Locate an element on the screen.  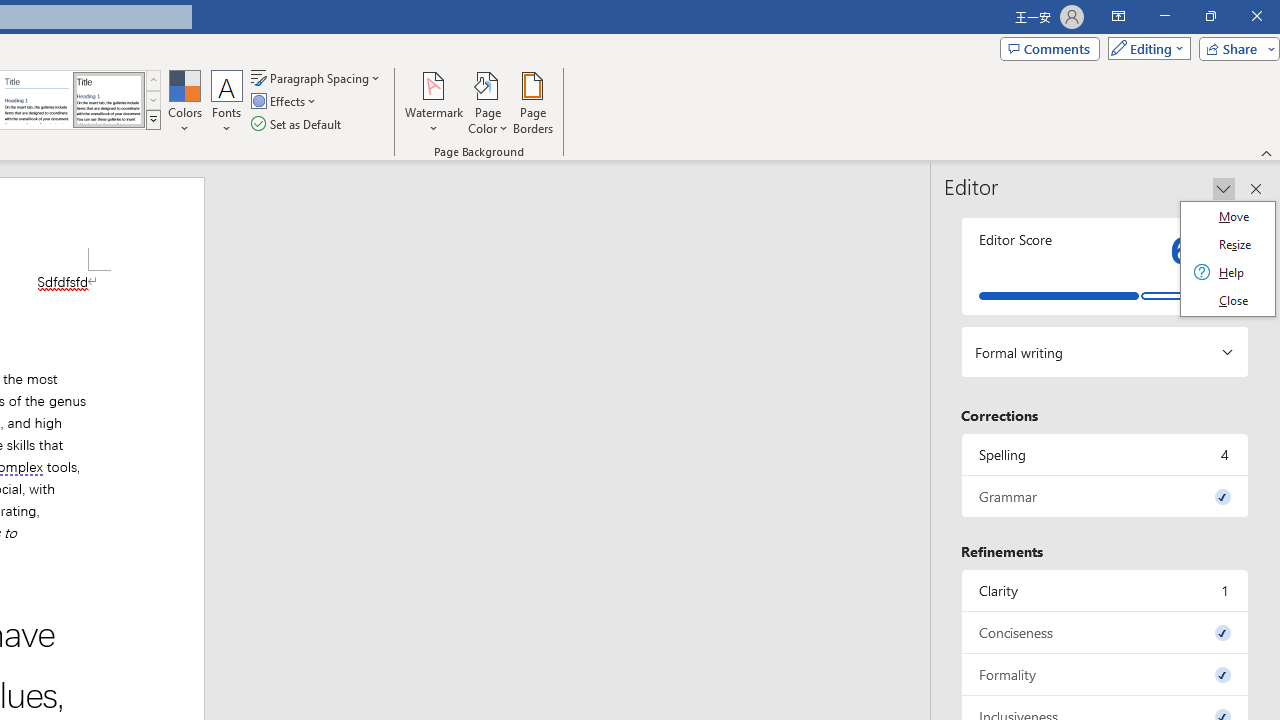
'Fonts' is located at coordinates (227, 103).